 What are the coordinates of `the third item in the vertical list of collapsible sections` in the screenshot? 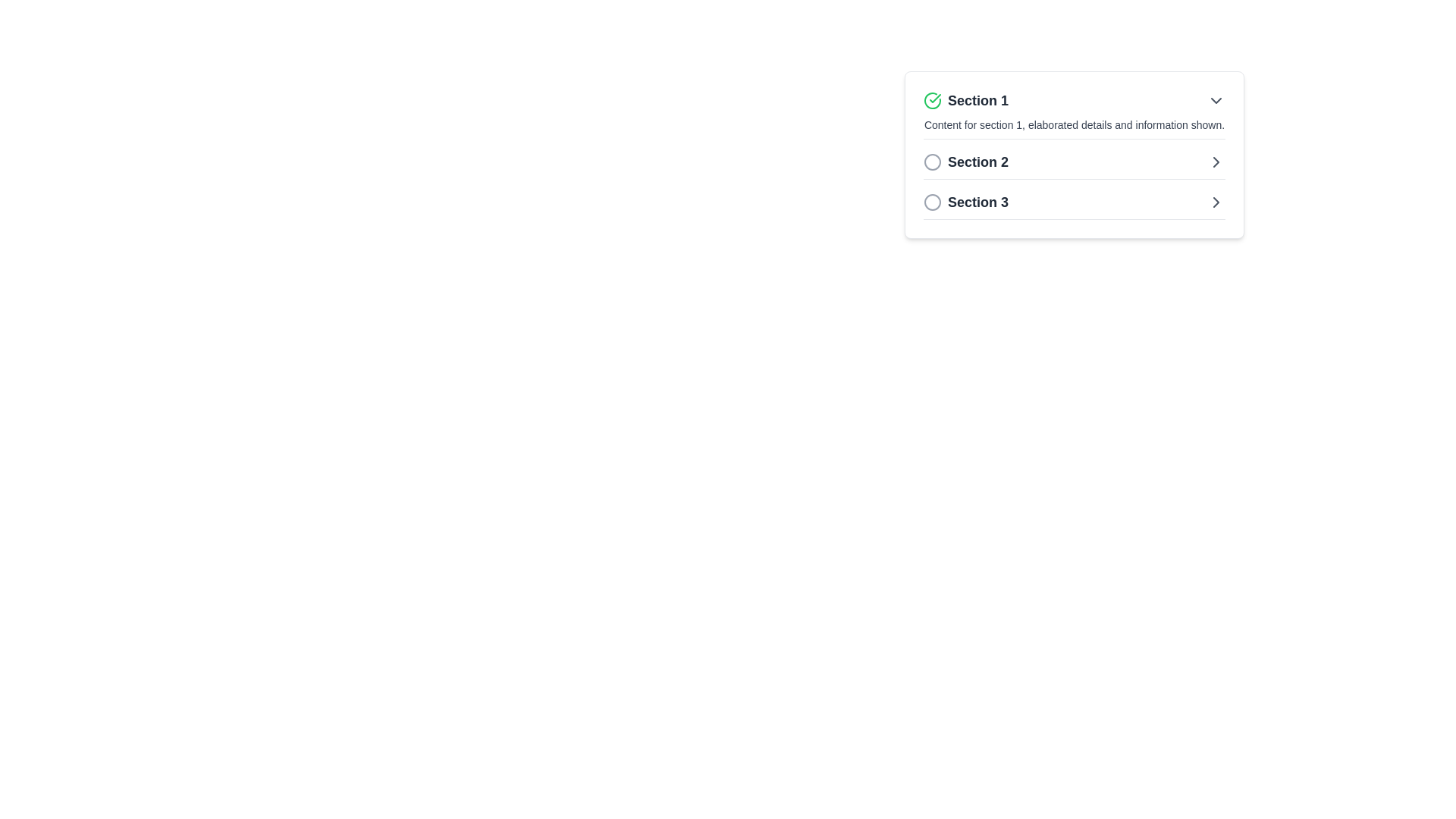 It's located at (1073, 201).